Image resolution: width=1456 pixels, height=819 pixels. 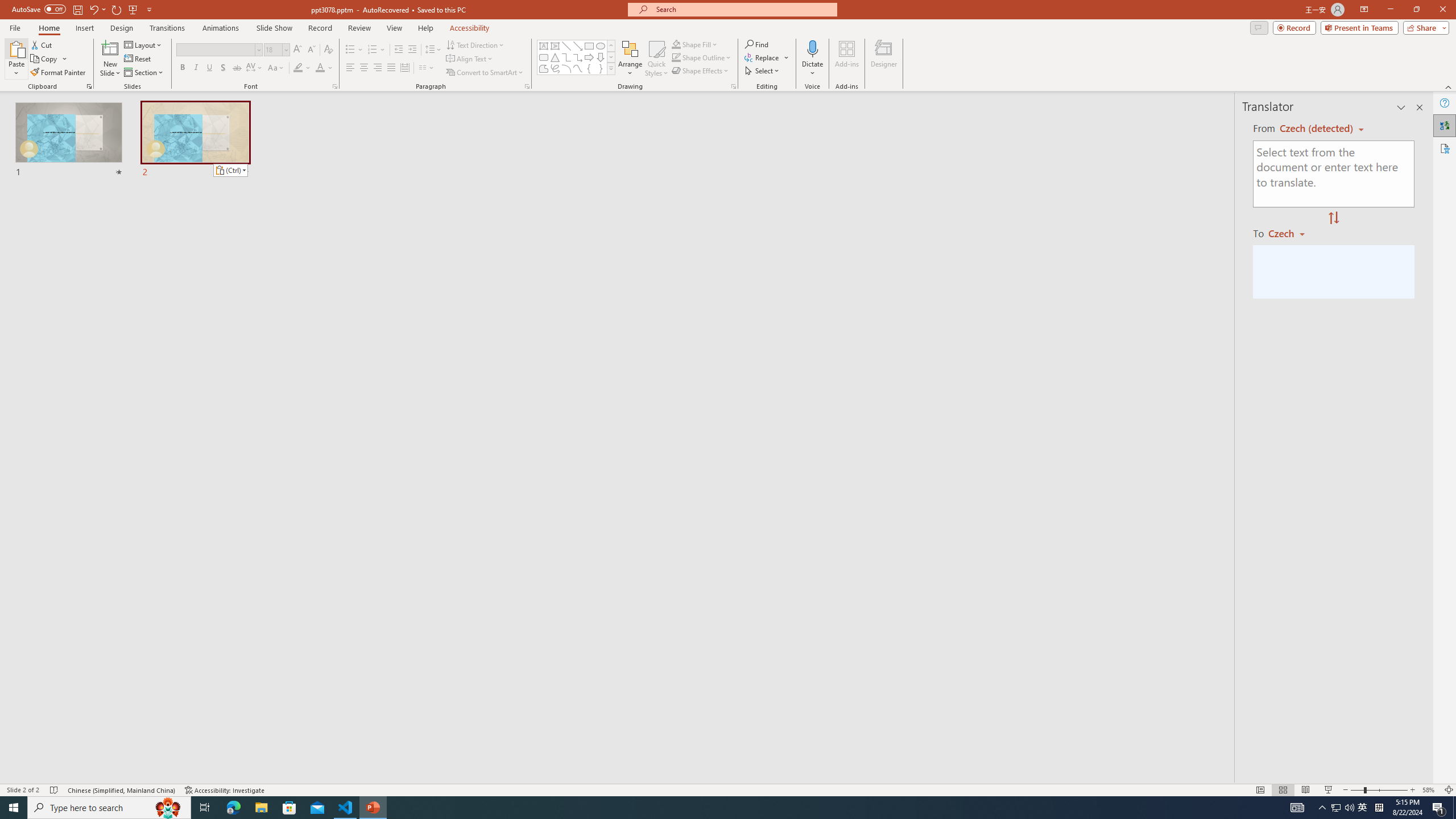 I want to click on 'Czech', so click(x=1291, y=233).